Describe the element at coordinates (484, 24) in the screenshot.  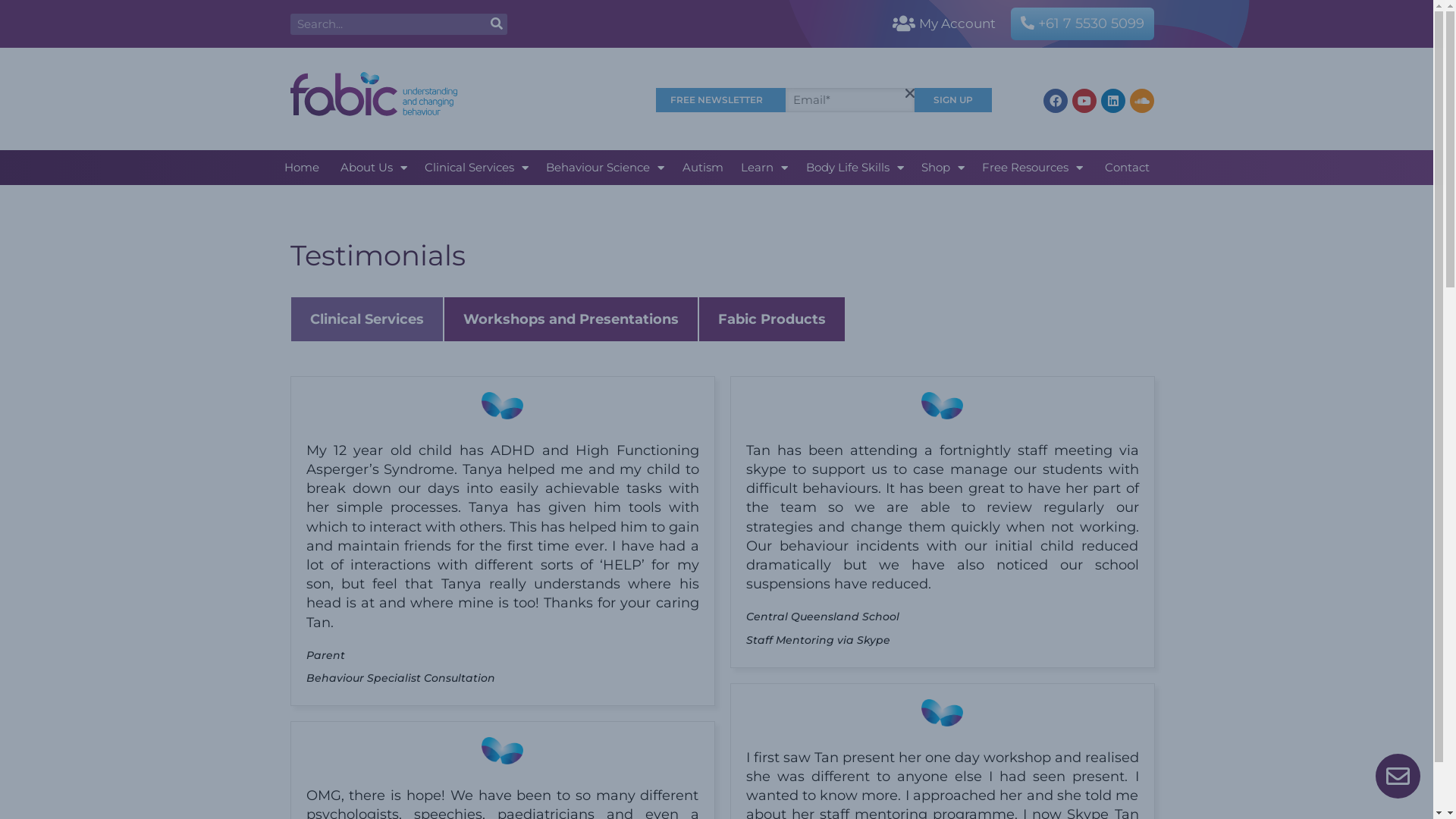
I see `'SEARCH'` at that location.